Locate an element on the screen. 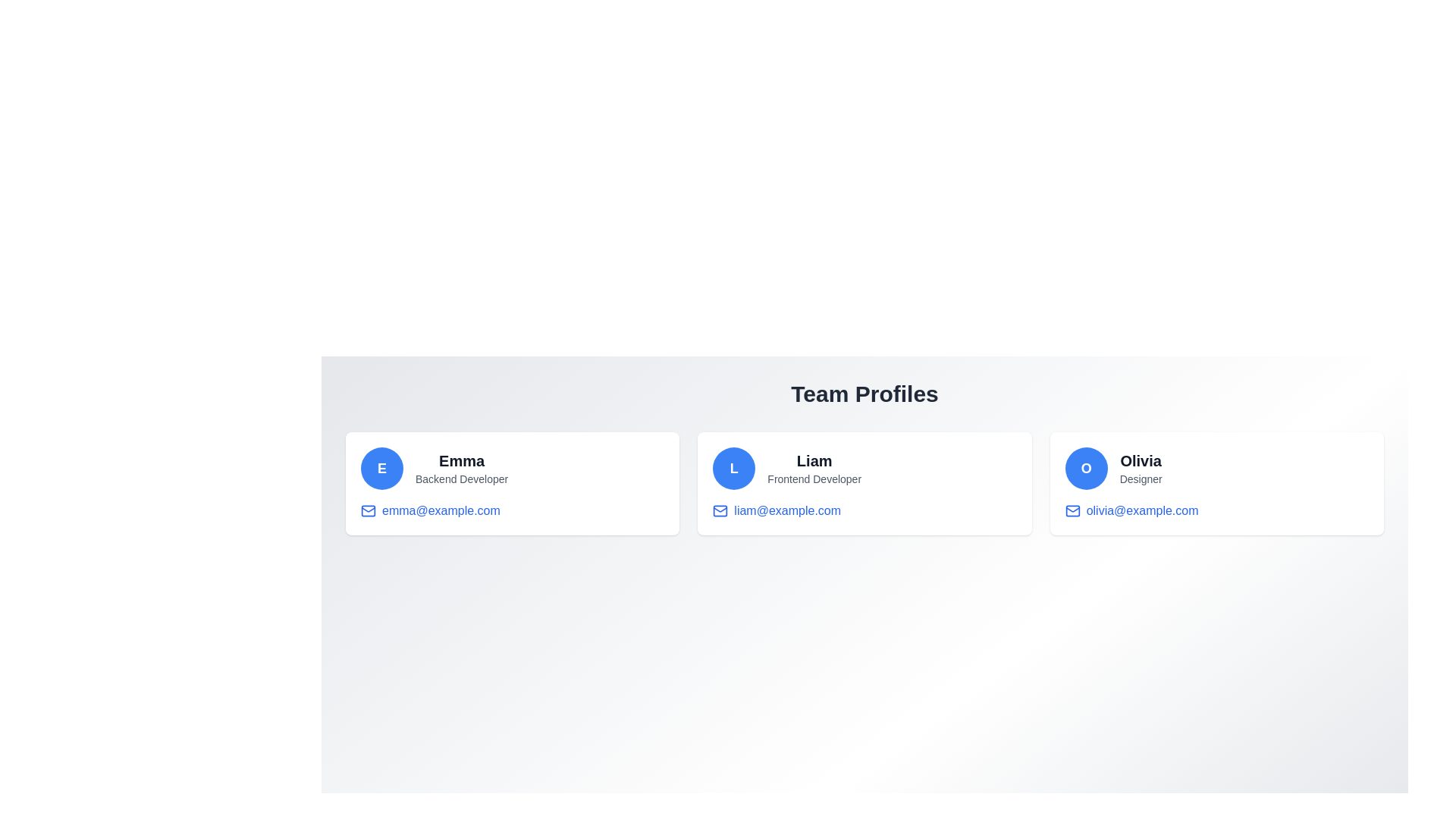 This screenshot has height=819, width=1456. the email icon resembling an envelope located on Olivia's profile card in the Team Profiles section by moving the cursor to the center of the icon is located at coordinates (1072, 511).